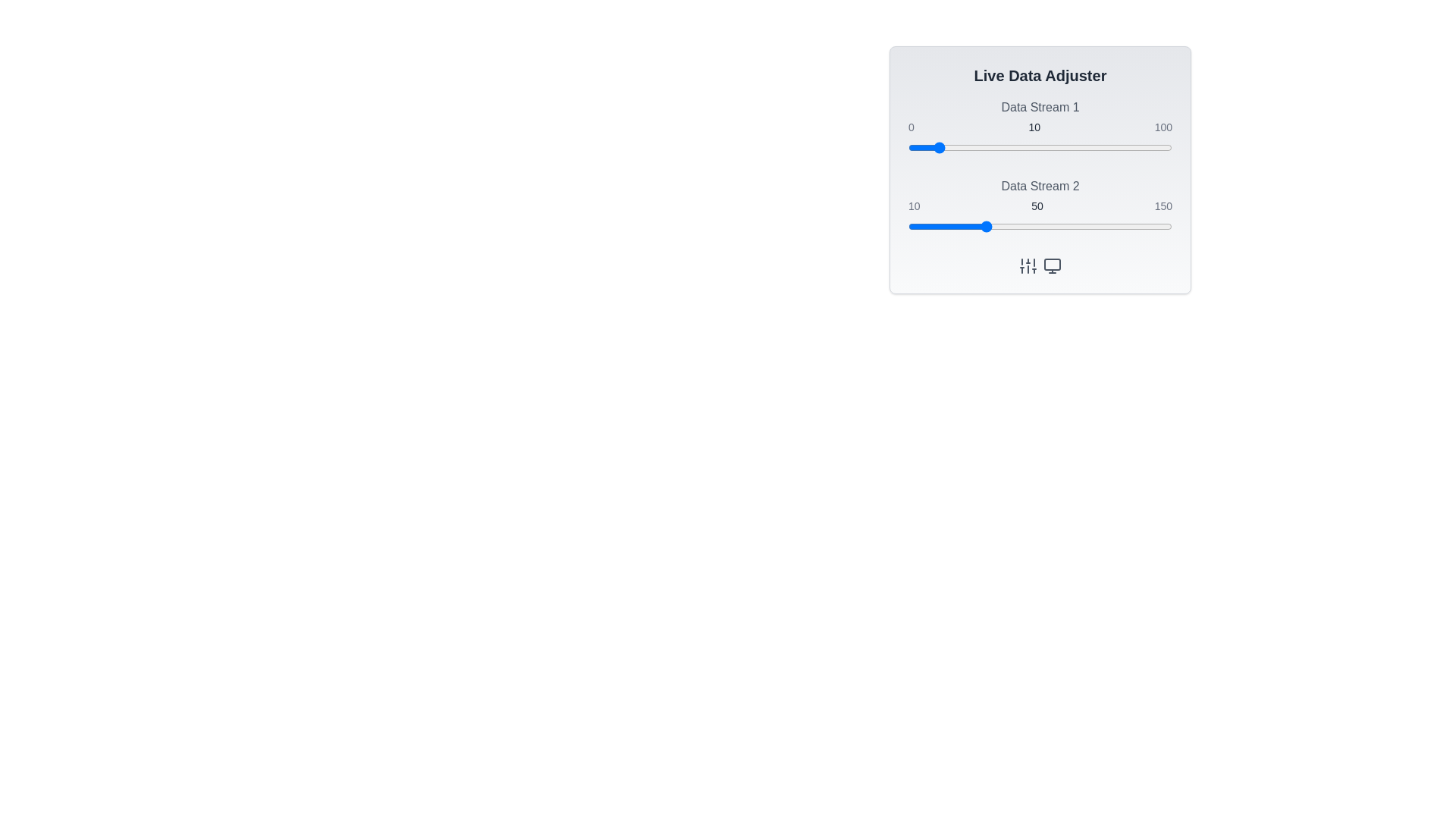  What do you see at coordinates (1043, 227) in the screenshot?
I see `the Data Stream 2 value` at bounding box center [1043, 227].